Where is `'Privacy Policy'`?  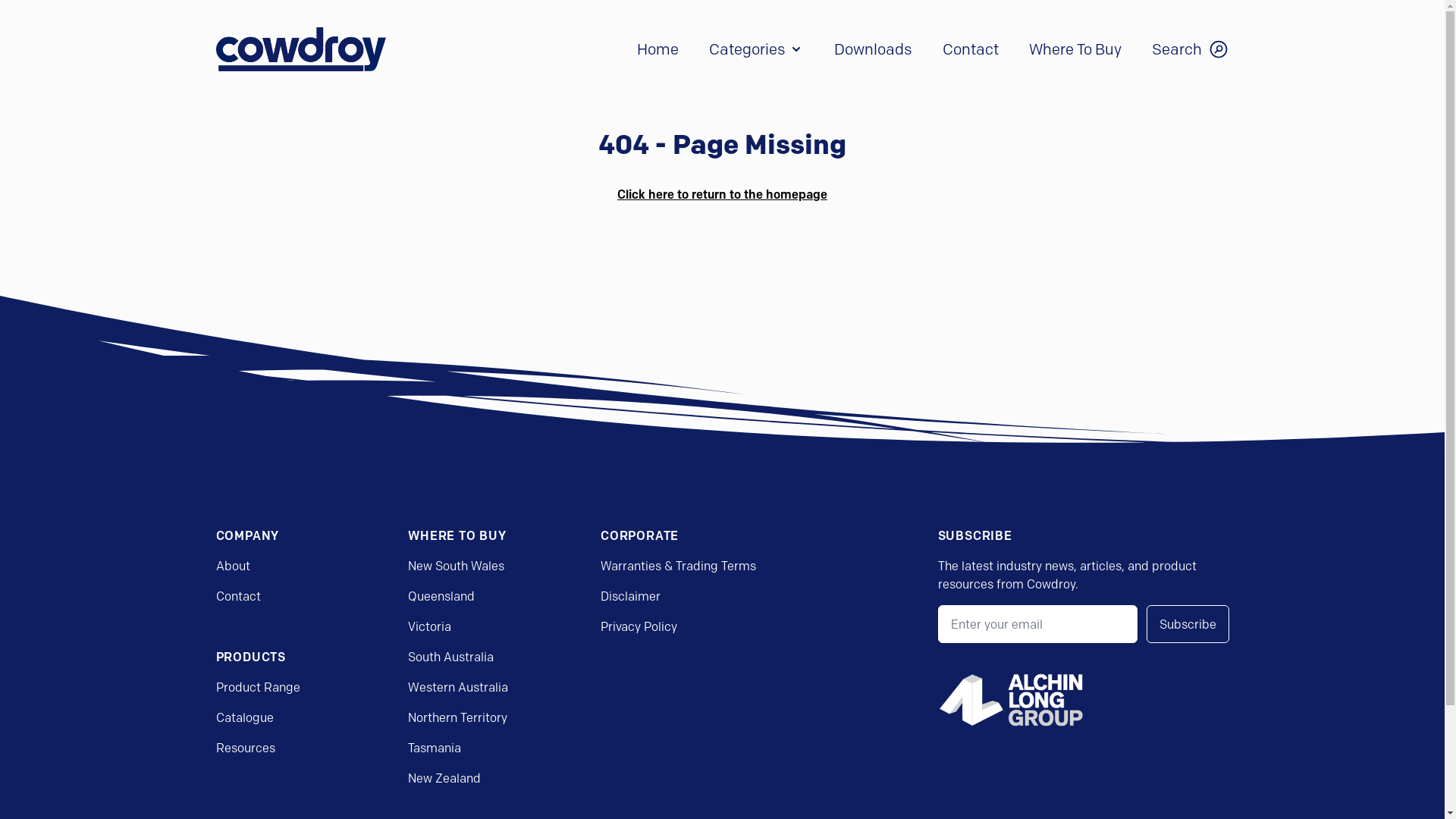
'Privacy Policy' is located at coordinates (639, 626).